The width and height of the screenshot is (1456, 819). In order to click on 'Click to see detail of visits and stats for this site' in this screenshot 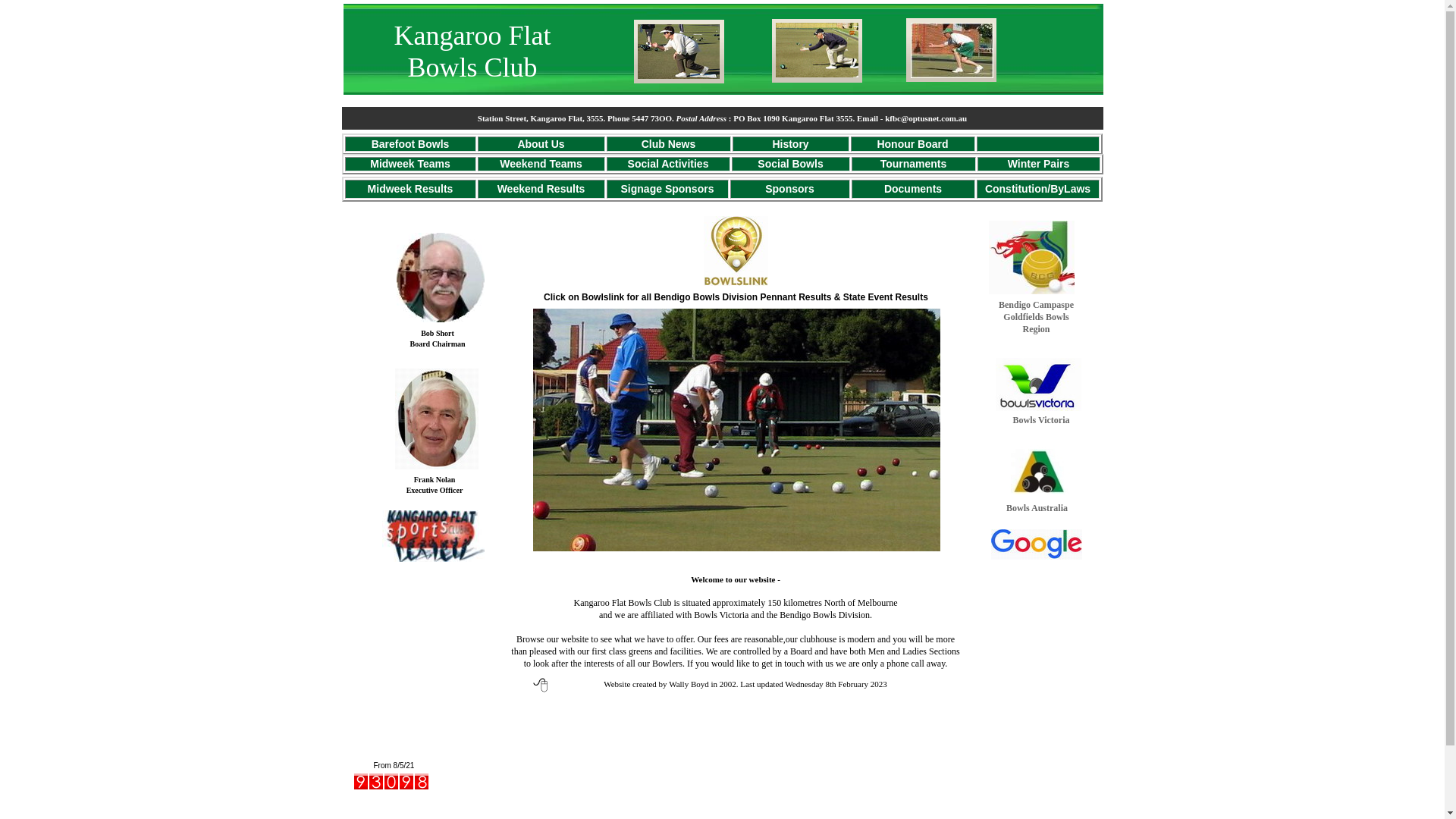, I will do `click(391, 781)`.